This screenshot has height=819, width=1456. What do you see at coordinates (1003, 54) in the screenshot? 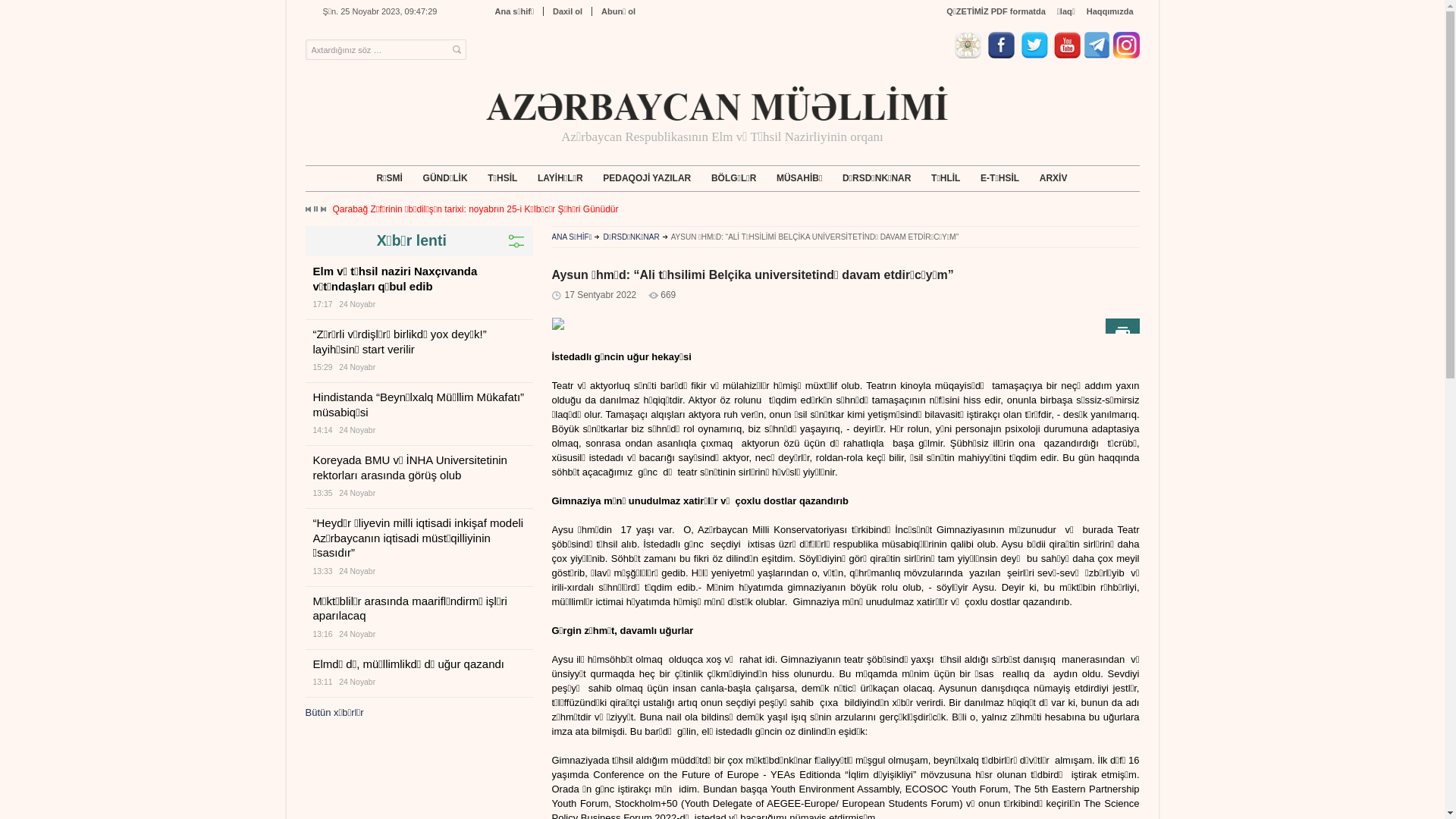
I see `'Facebookda'` at bounding box center [1003, 54].